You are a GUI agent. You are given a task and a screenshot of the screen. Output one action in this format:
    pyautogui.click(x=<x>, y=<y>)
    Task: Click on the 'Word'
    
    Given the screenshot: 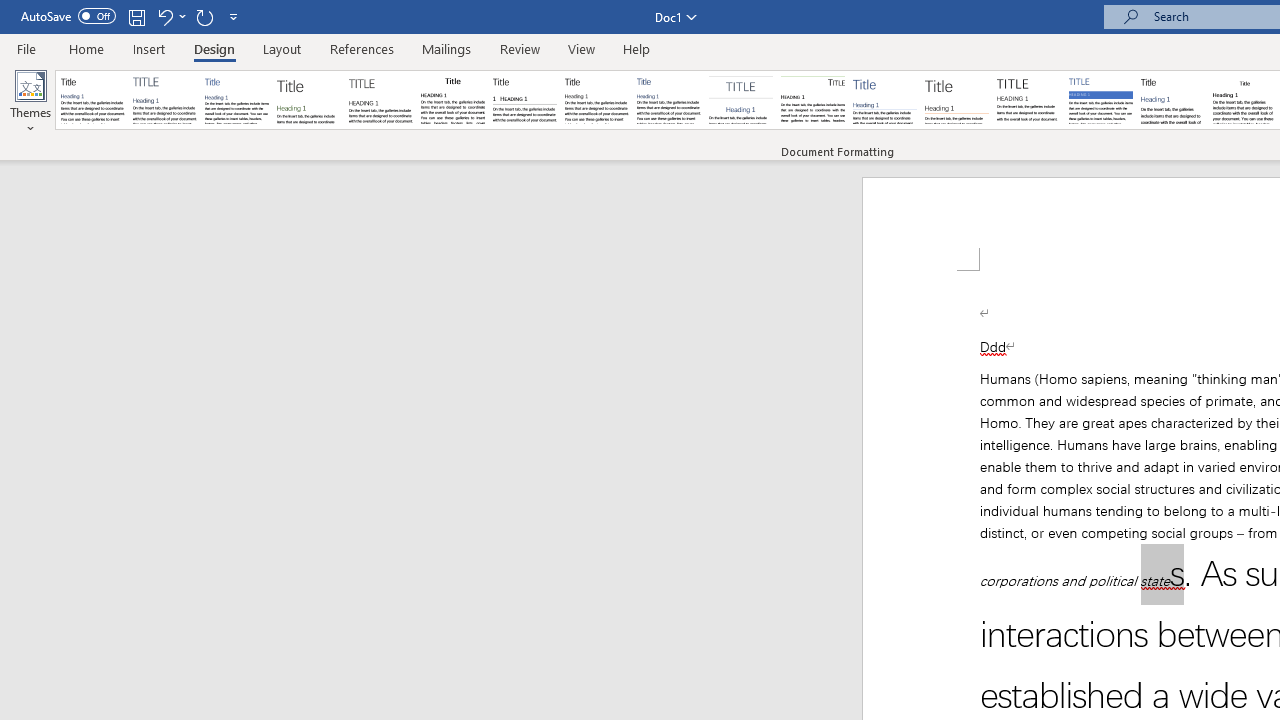 What is the action you would take?
    pyautogui.click(x=1173, y=100)
    